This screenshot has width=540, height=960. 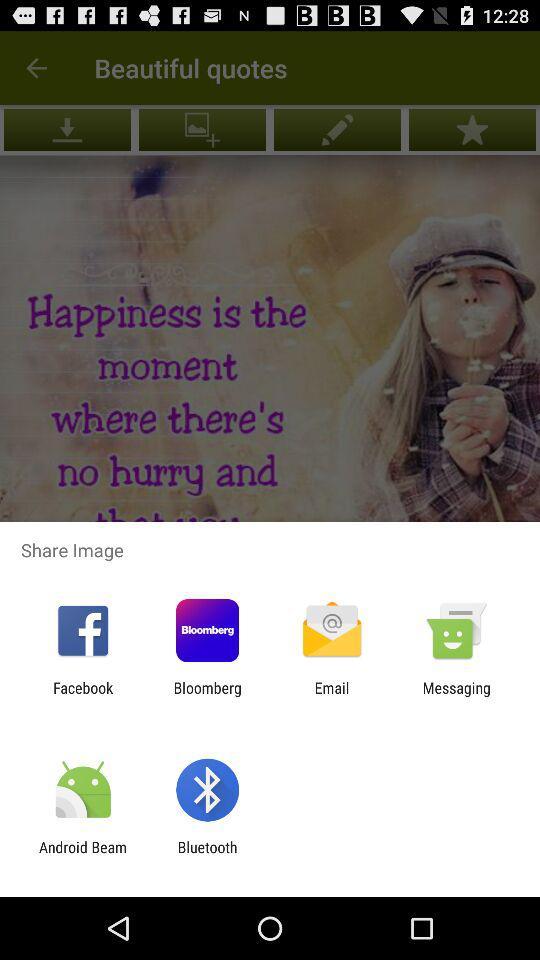 What do you see at coordinates (206, 696) in the screenshot?
I see `bloomberg icon` at bounding box center [206, 696].